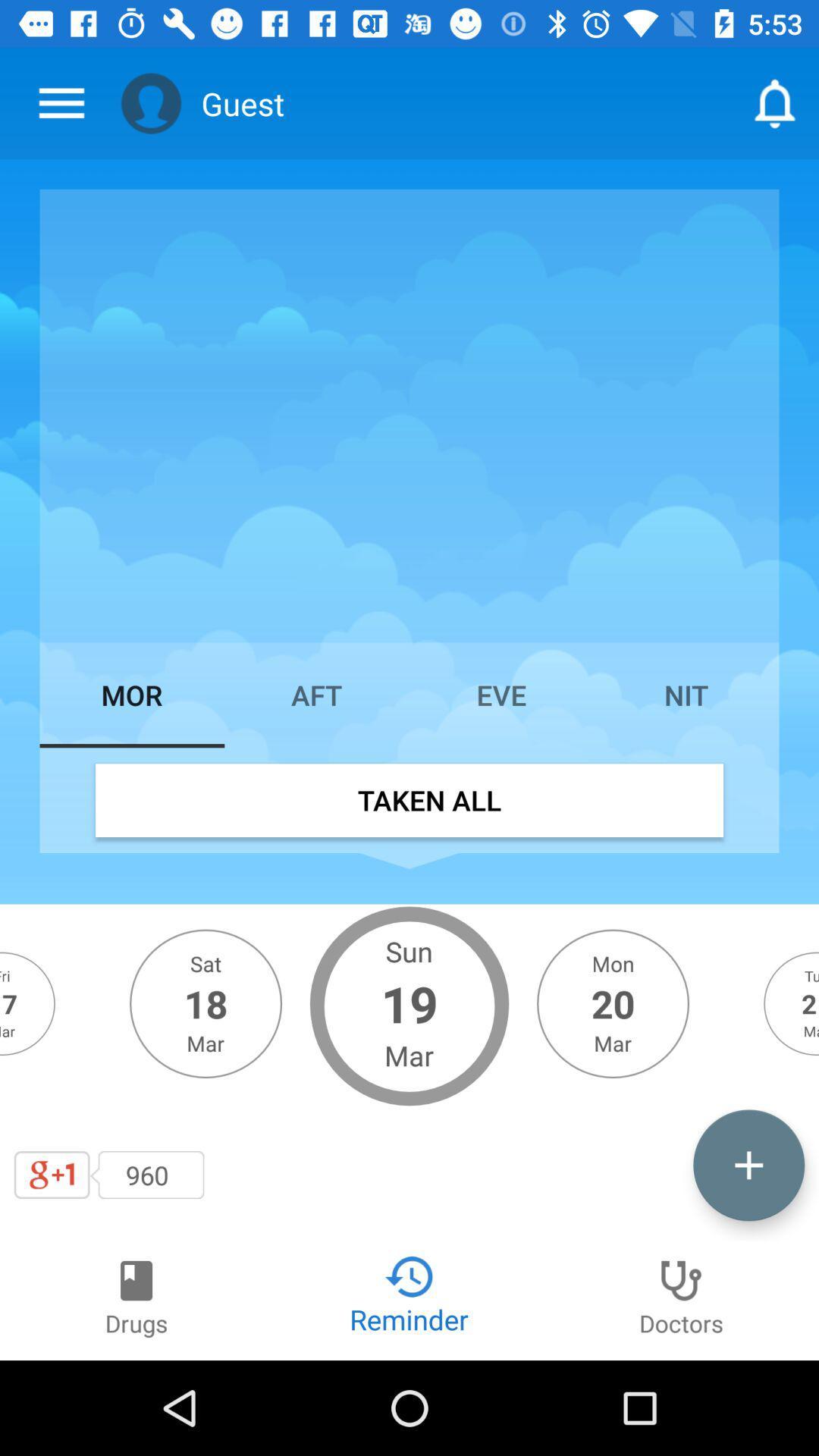  I want to click on icon to the left of guest item, so click(151, 102).